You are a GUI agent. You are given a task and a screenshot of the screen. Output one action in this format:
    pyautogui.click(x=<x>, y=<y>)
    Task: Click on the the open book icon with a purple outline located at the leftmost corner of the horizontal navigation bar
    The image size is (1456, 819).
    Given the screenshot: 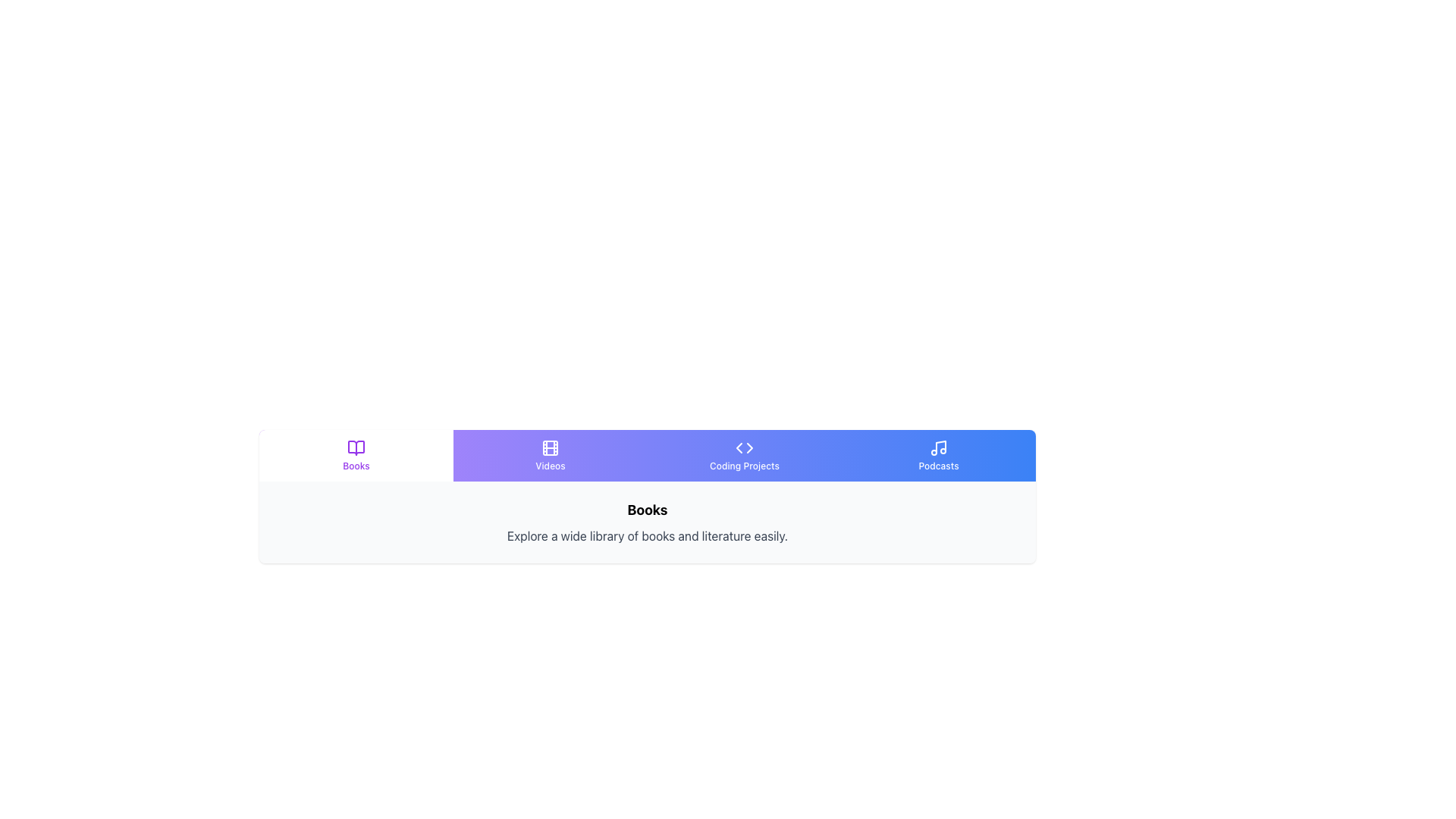 What is the action you would take?
    pyautogui.click(x=356, y=447)
    